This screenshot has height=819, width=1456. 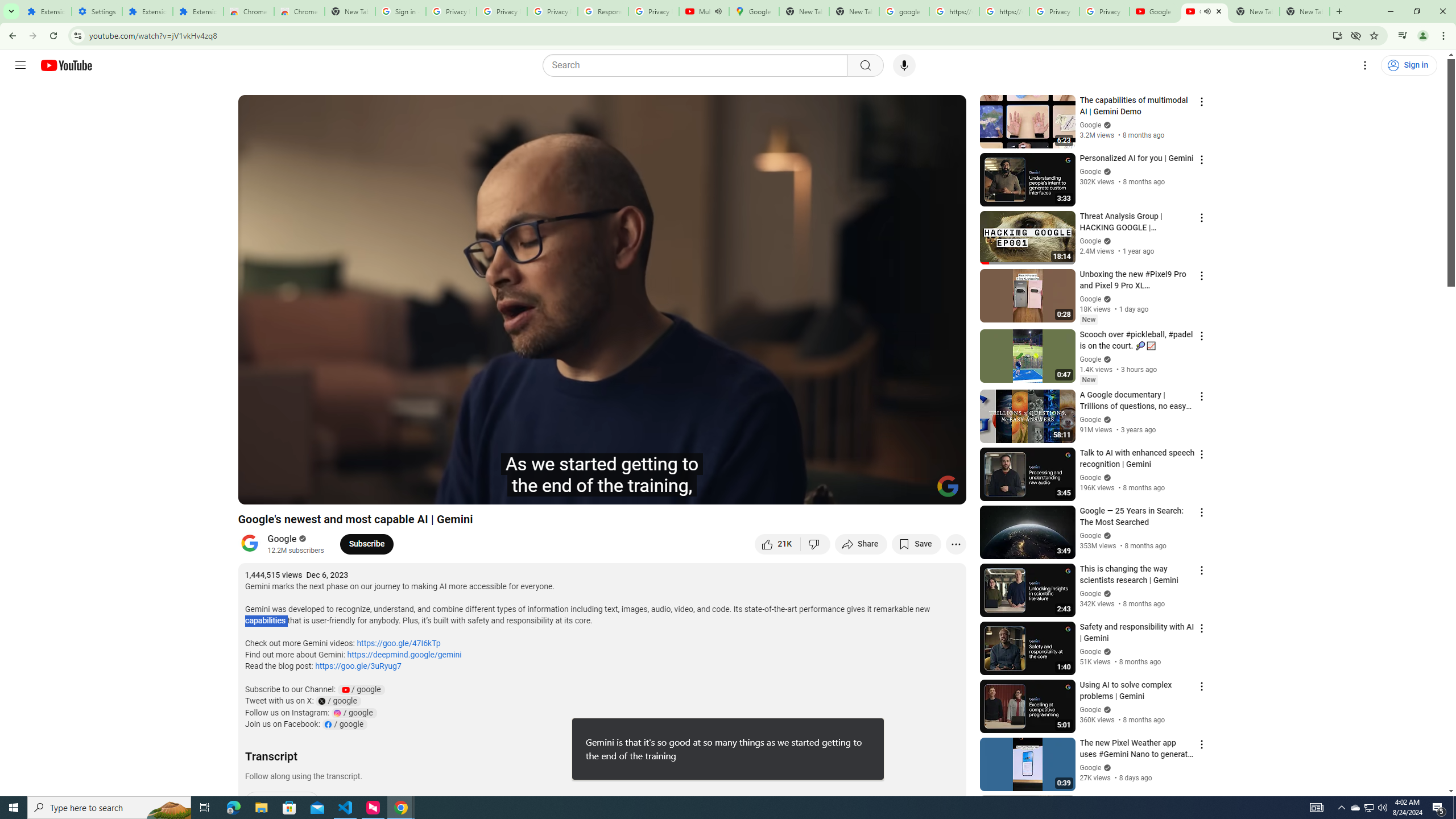 I want to click on 'Twitter Channel Link: google', so click(x=337, y=701).